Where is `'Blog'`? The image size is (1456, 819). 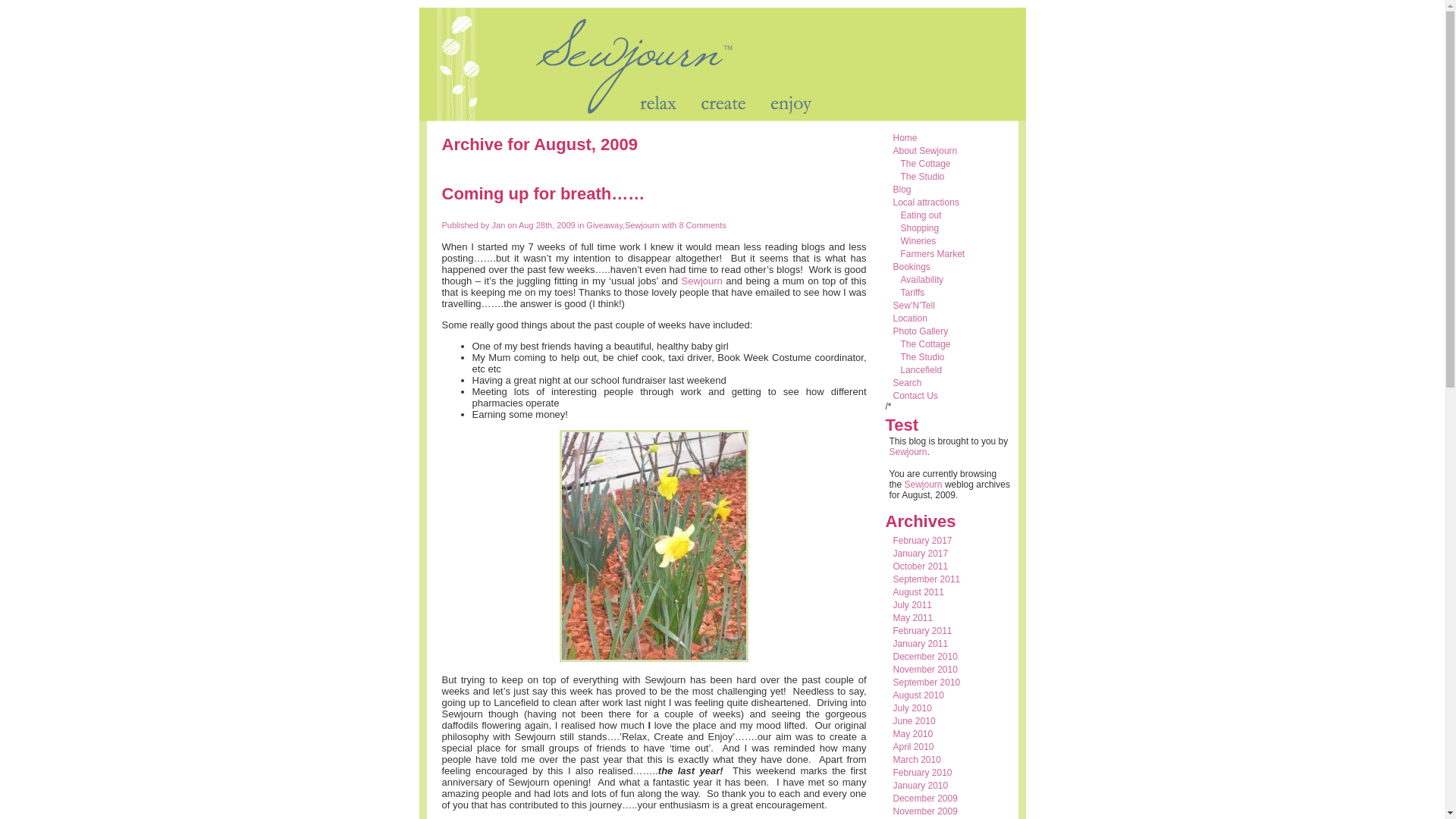
'Blog' is located at coordinates (902, 189).